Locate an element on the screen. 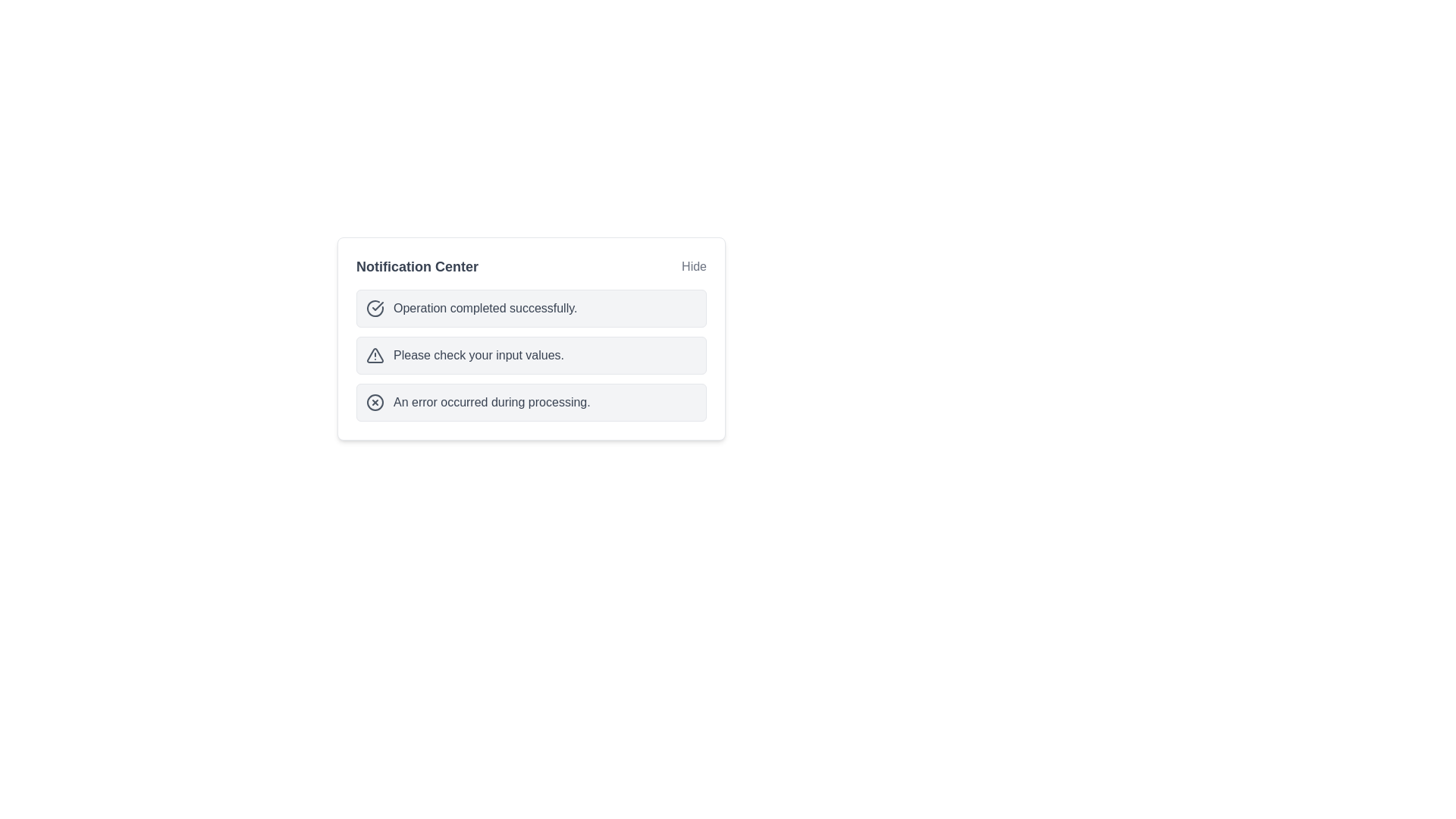 This screenshot has height=819, width=1456. the middle notification text label that displays an error or warning message, aligned with a warning icon to its left is located at coordinates (478, 356).